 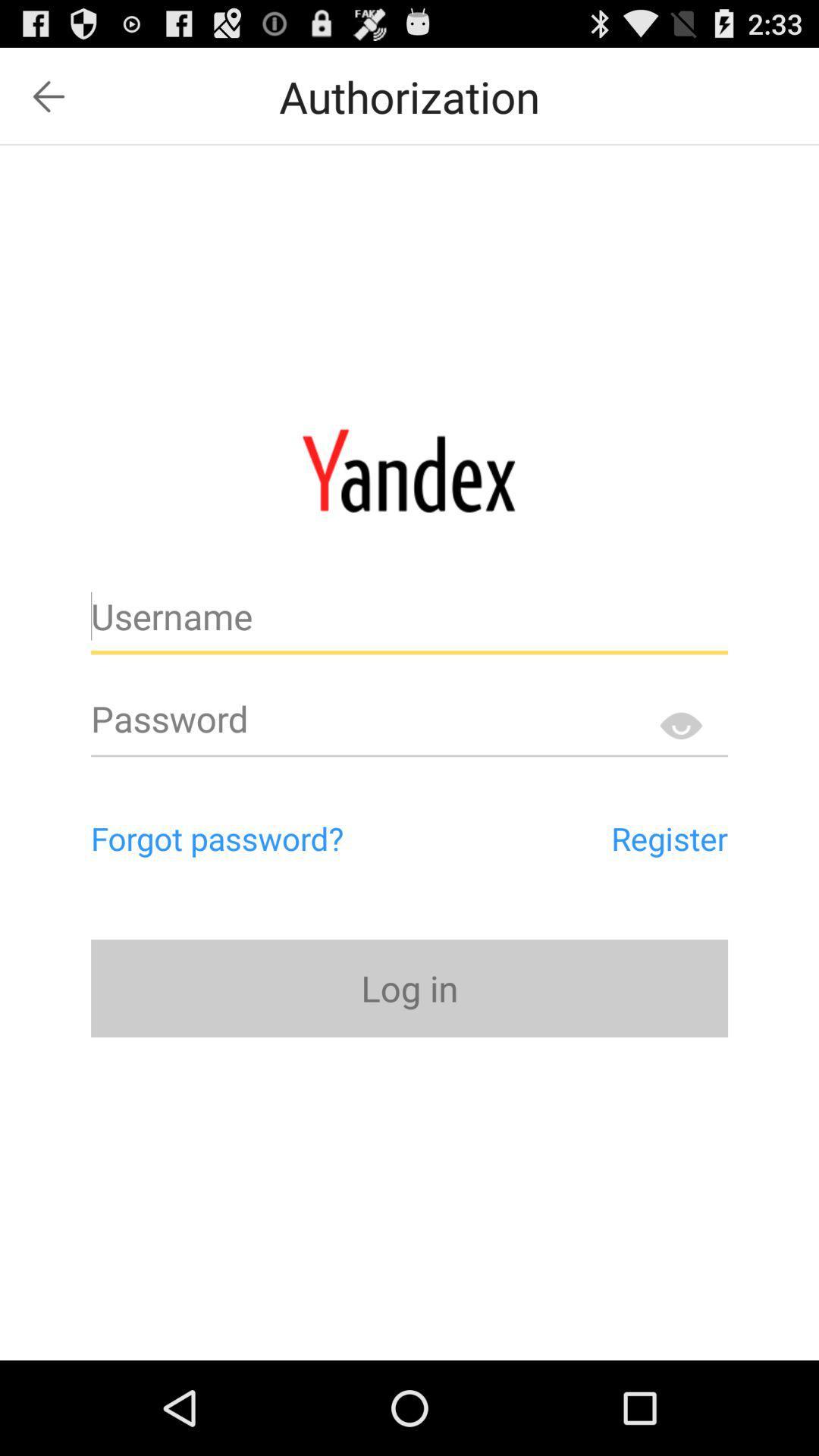 What do you see at coordinates (281, 837) in the screenshot?
I see `forgot password? app` at bounding box center [281, 837].